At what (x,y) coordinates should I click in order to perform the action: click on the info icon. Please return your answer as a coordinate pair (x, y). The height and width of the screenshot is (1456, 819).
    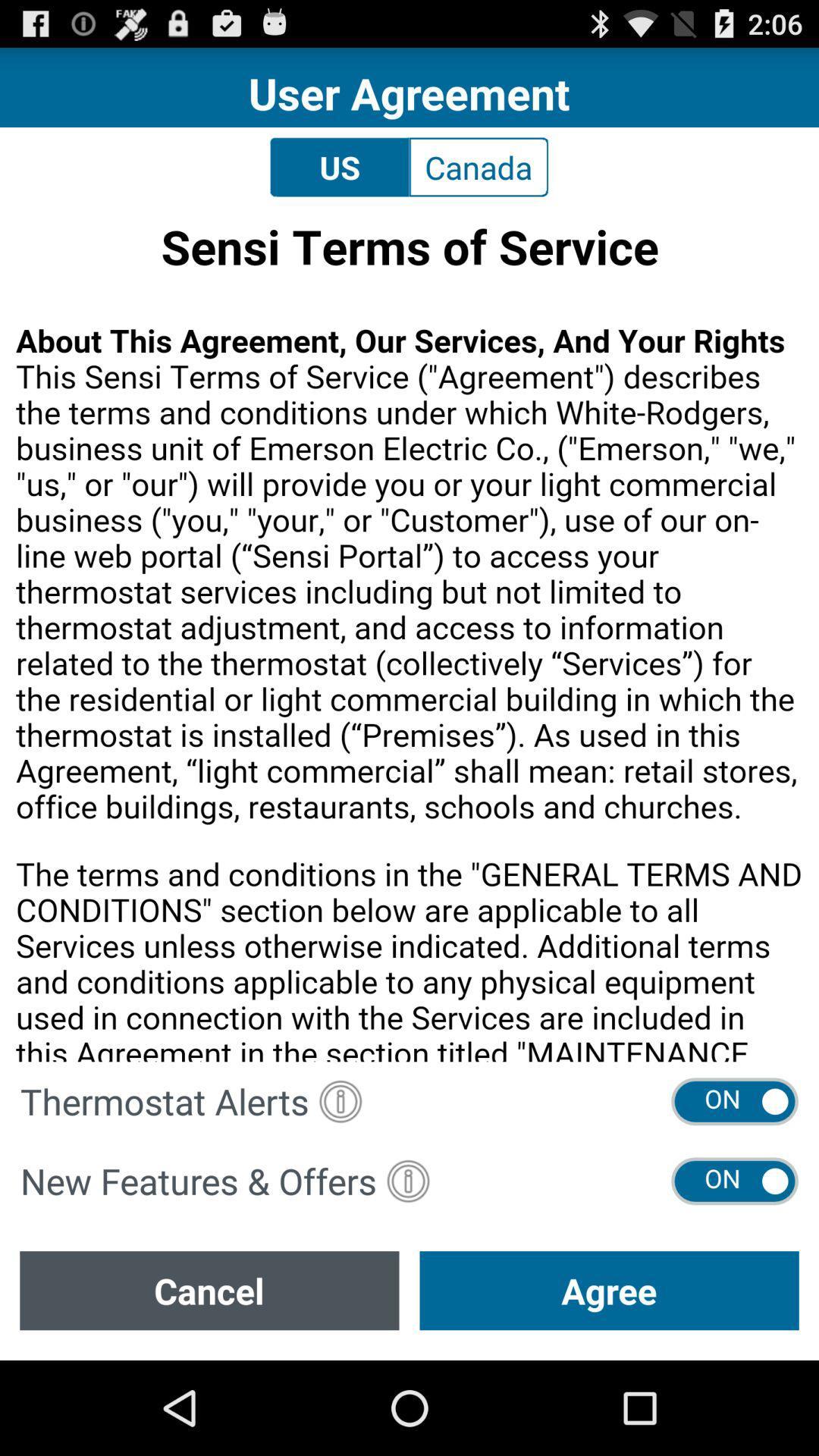
    Looking at the image, I should click on (340, 1178).